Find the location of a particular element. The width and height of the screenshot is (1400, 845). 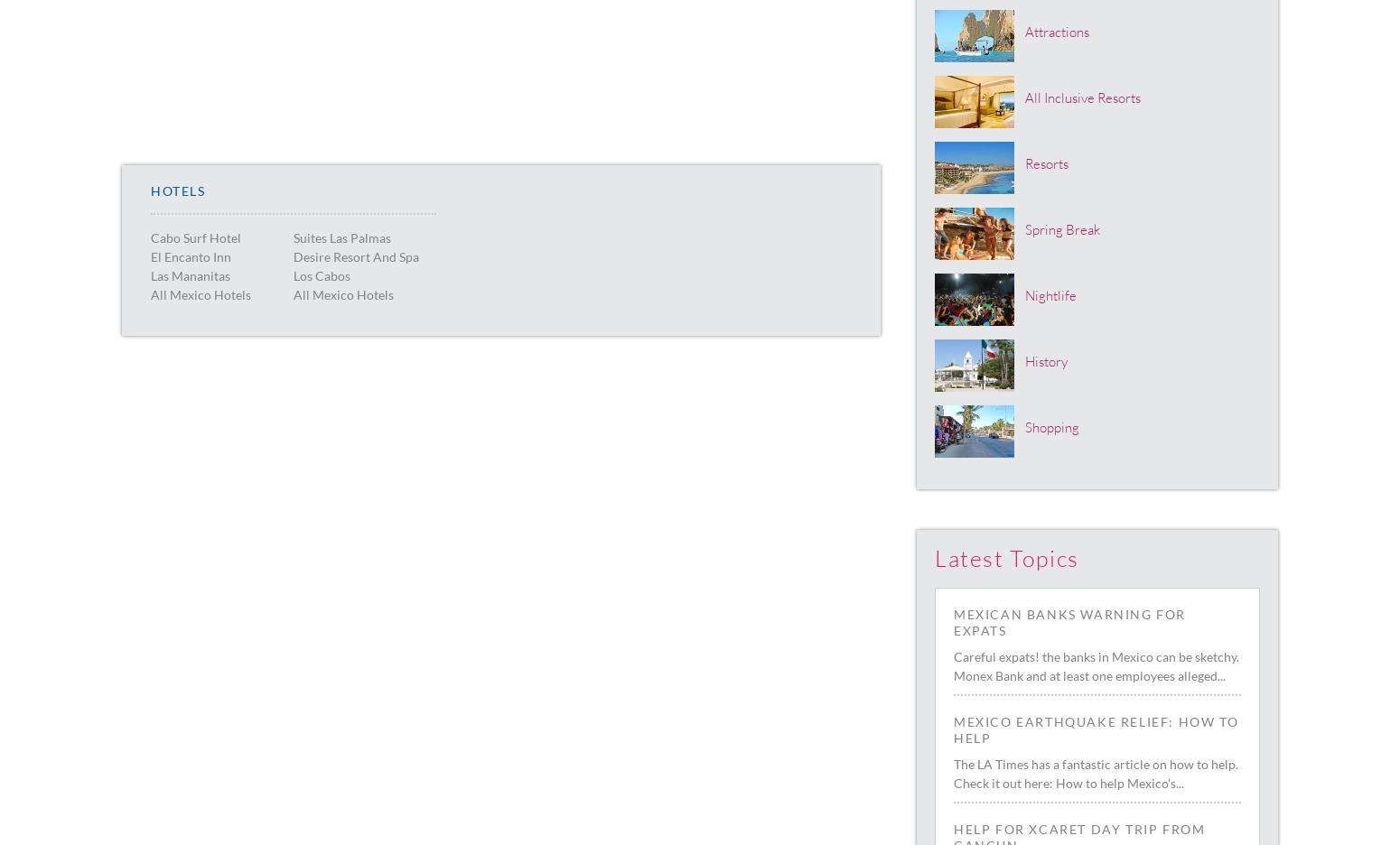

'Careful expats! the banks in Mexico can be sketchy. Monex Bank and at least one employees alleged...' is located at coordinates (1096, 665).